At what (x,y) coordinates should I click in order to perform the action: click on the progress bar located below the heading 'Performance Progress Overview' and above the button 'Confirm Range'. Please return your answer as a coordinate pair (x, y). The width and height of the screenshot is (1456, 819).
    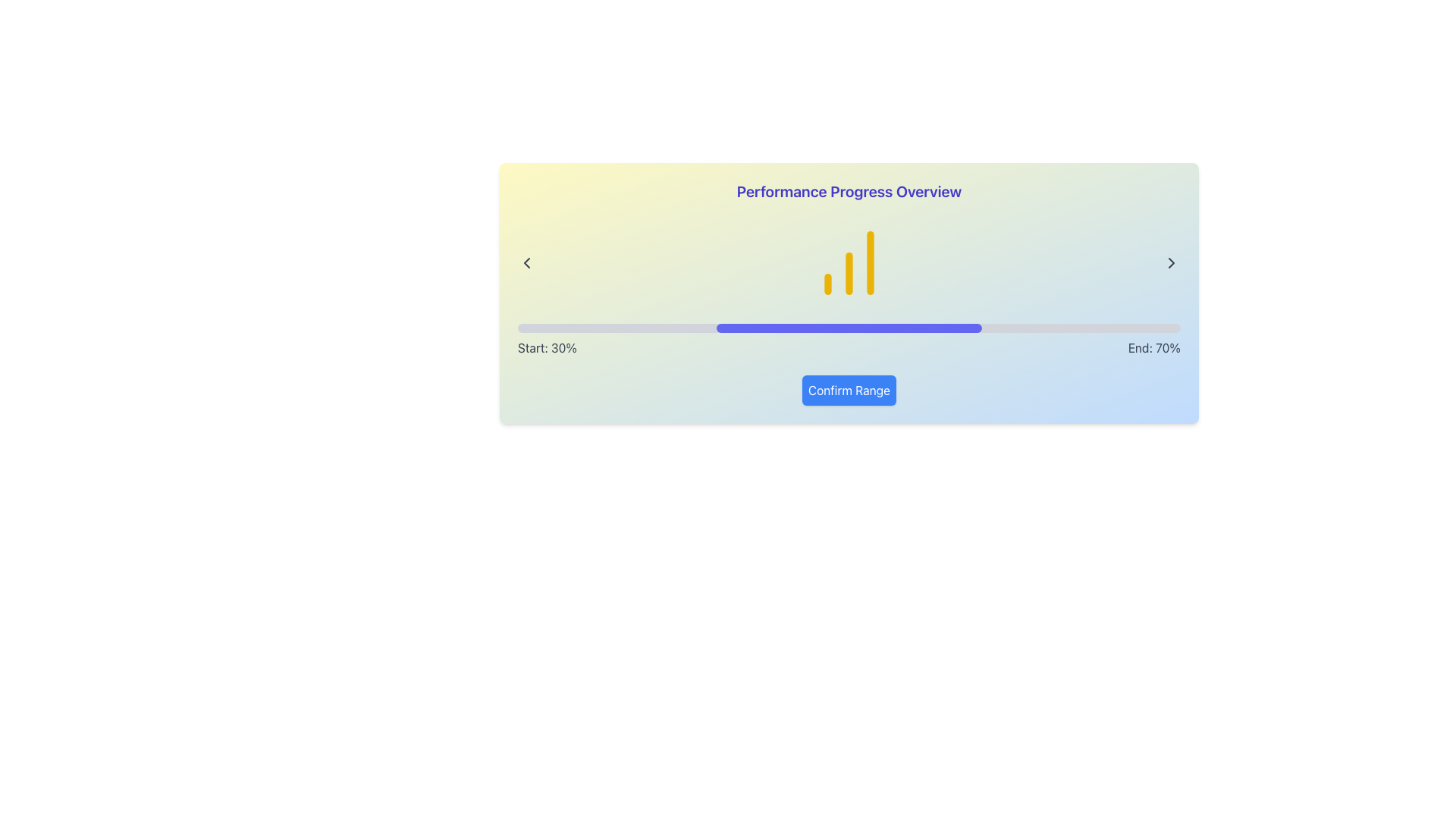
    Looking at the image, I should click on (848, 327).